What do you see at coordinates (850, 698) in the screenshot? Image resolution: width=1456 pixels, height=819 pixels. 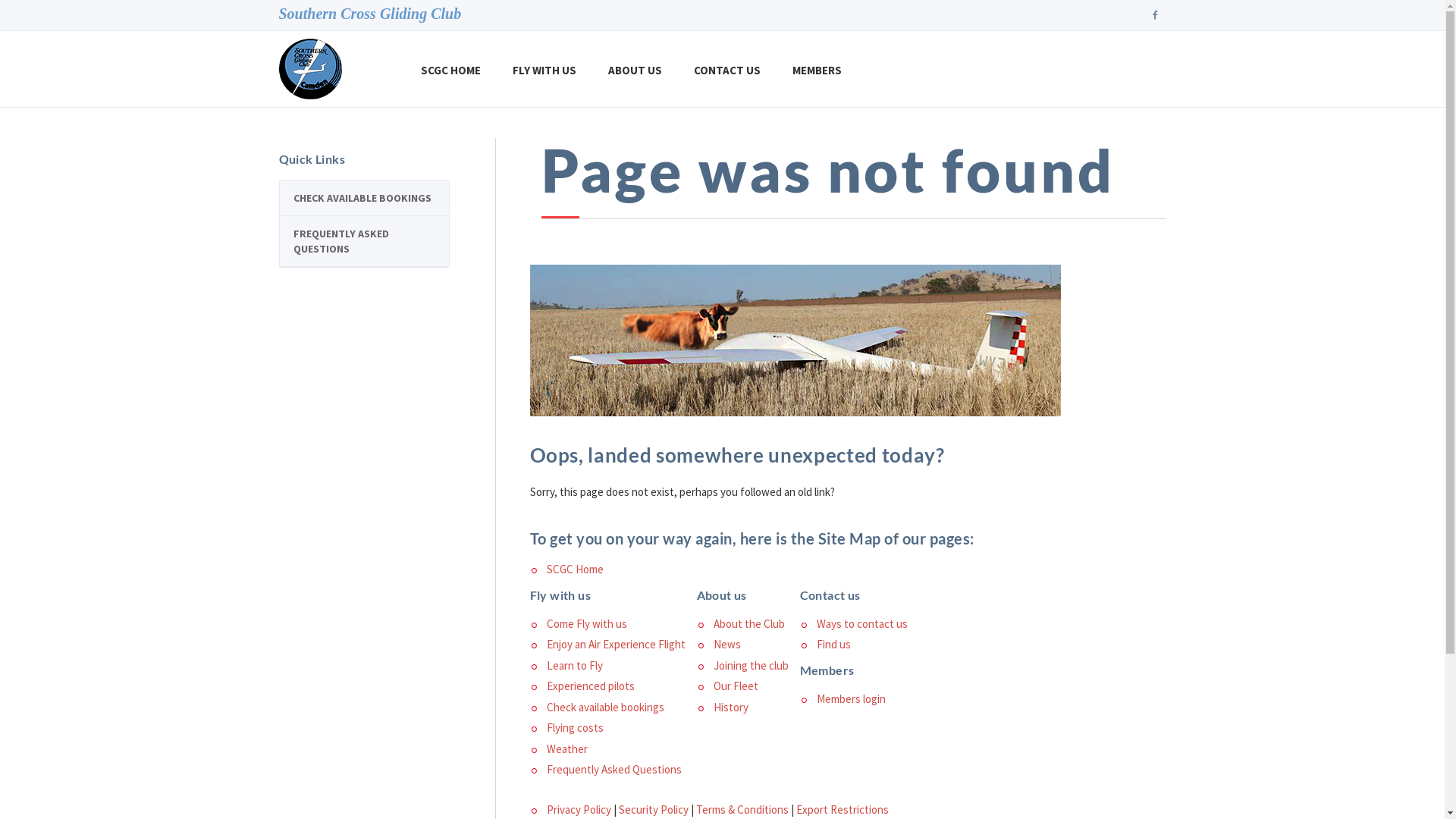 I see `'Members login'` at bounding box center [850, 698].